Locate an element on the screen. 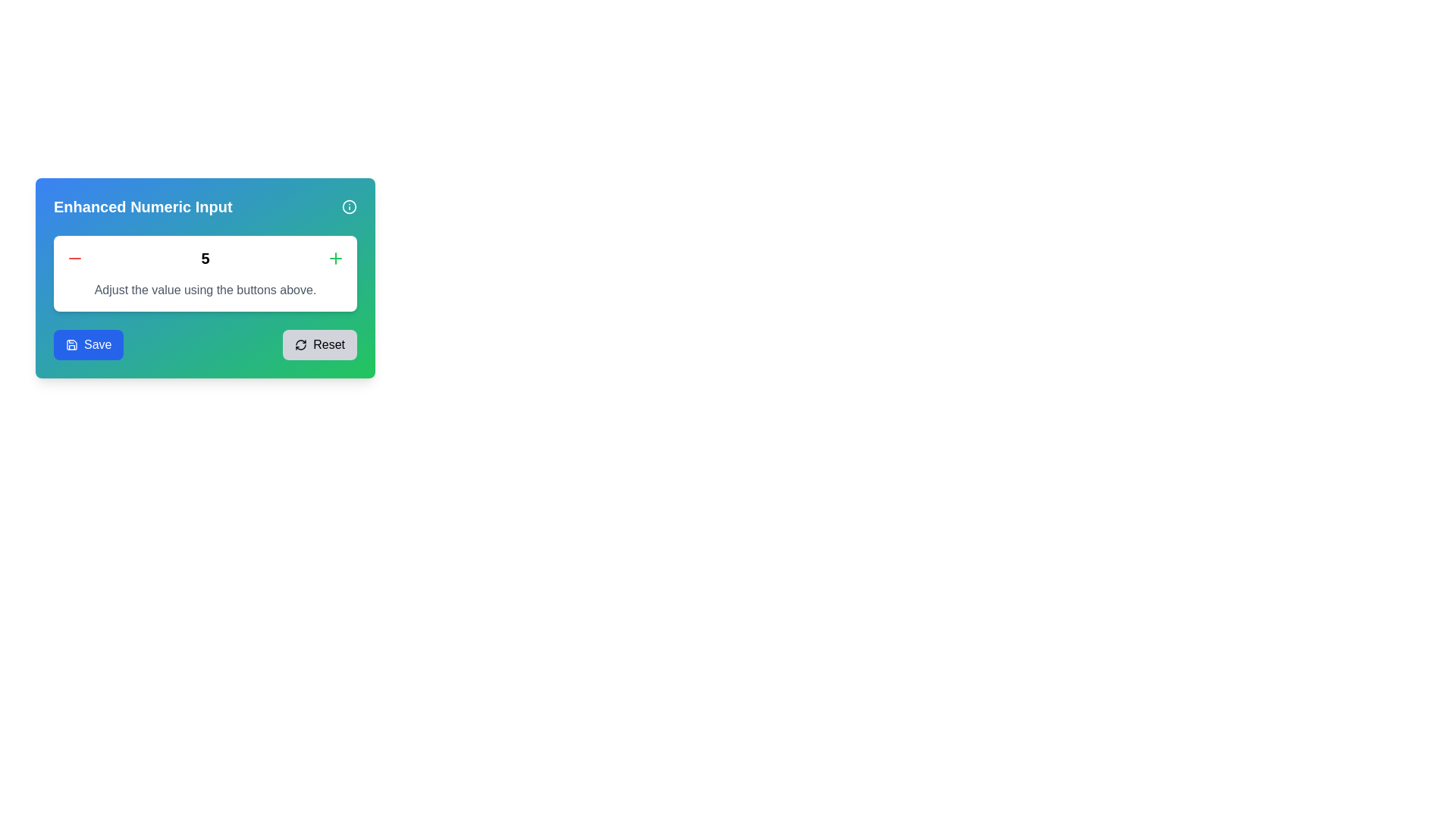 The height and width of the screenshot is (819, 1456). the section title is located at coordinates (204, 207).